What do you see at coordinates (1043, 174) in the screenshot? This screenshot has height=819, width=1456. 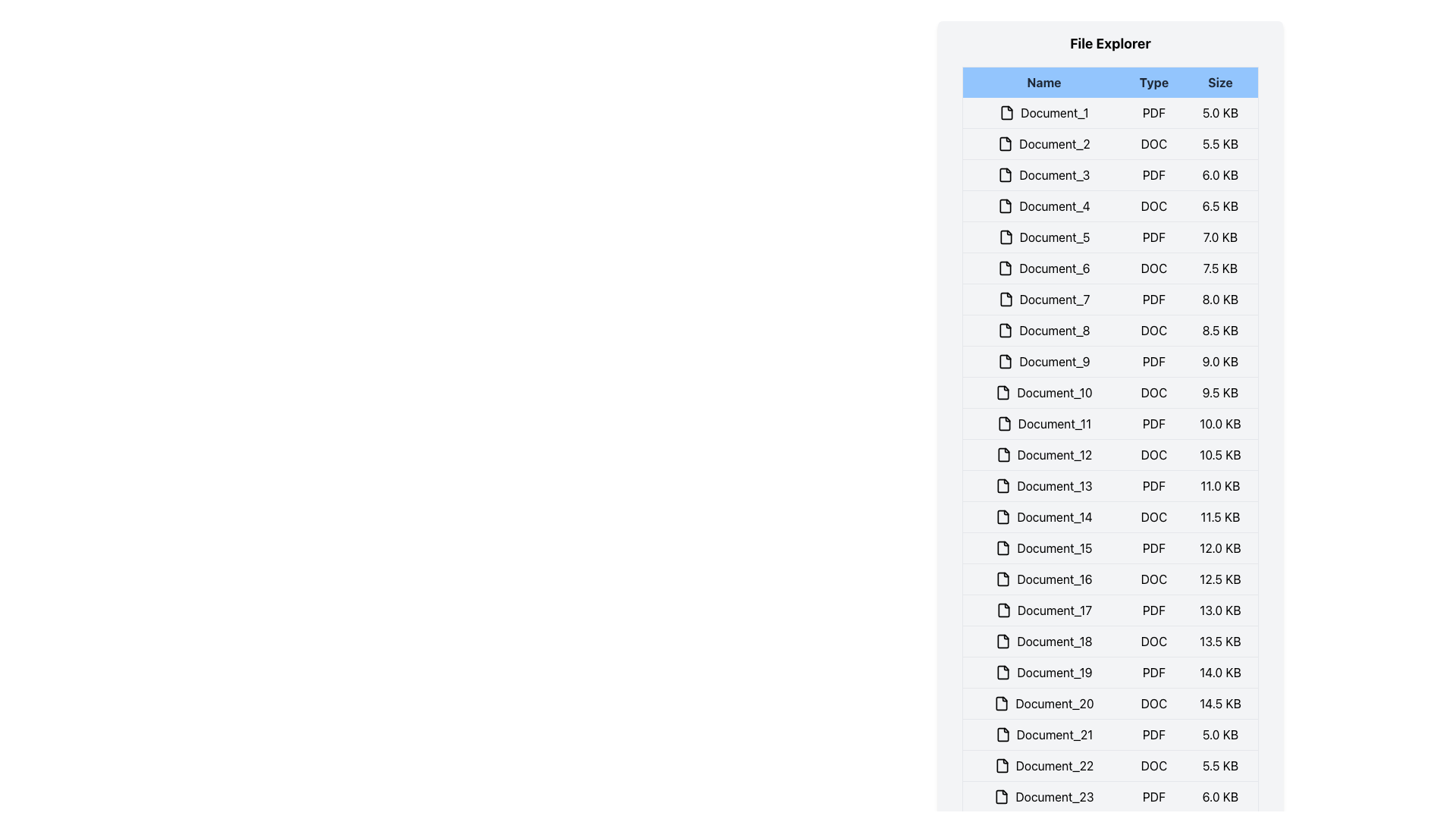 I see `the text label displaying 'Document_3', which is part of the file listing interface in the leftmost column under the 'Name' header` at bounding box center [1043, 174].